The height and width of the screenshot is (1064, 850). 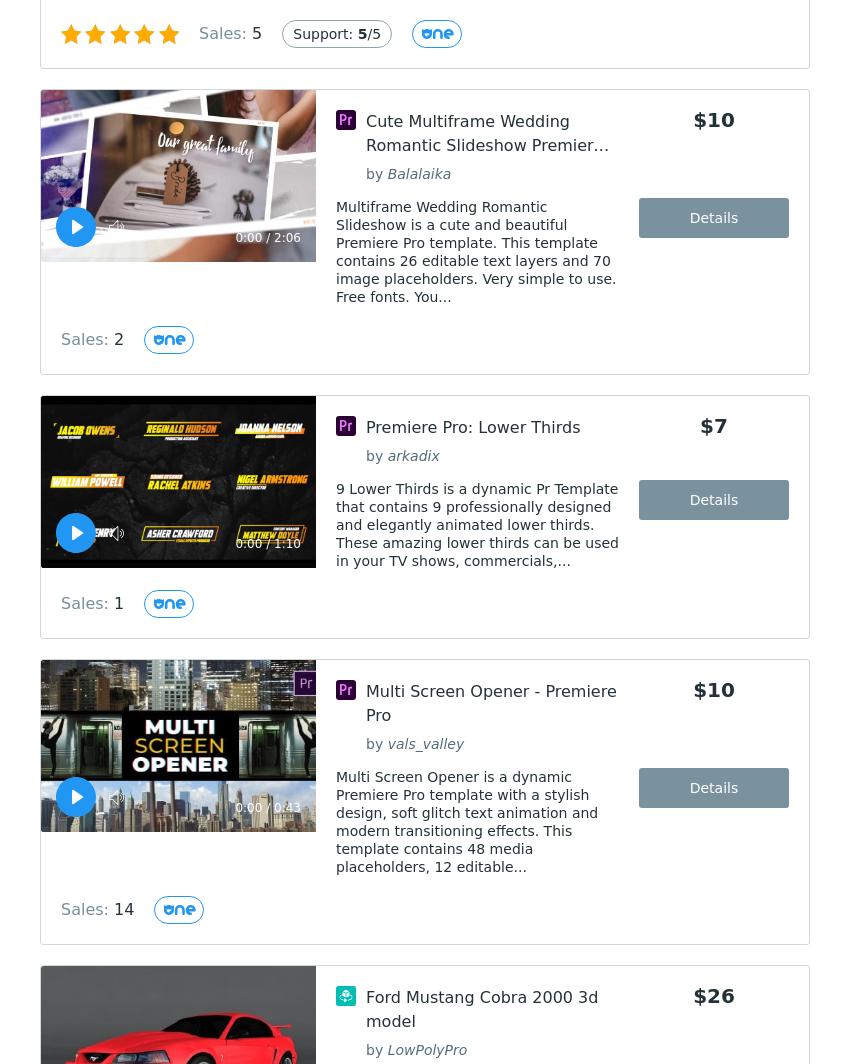 What do you see at coordinates (336, 822) in the screenshot?
I see `'Multi Screen Opener is a dynamic Premiere Pro template with a stylish design, soft glitch text animation and modern transitioning effects. This template contains 48 media placeholders, 12 editable...'` at bounding box center [336, 822].